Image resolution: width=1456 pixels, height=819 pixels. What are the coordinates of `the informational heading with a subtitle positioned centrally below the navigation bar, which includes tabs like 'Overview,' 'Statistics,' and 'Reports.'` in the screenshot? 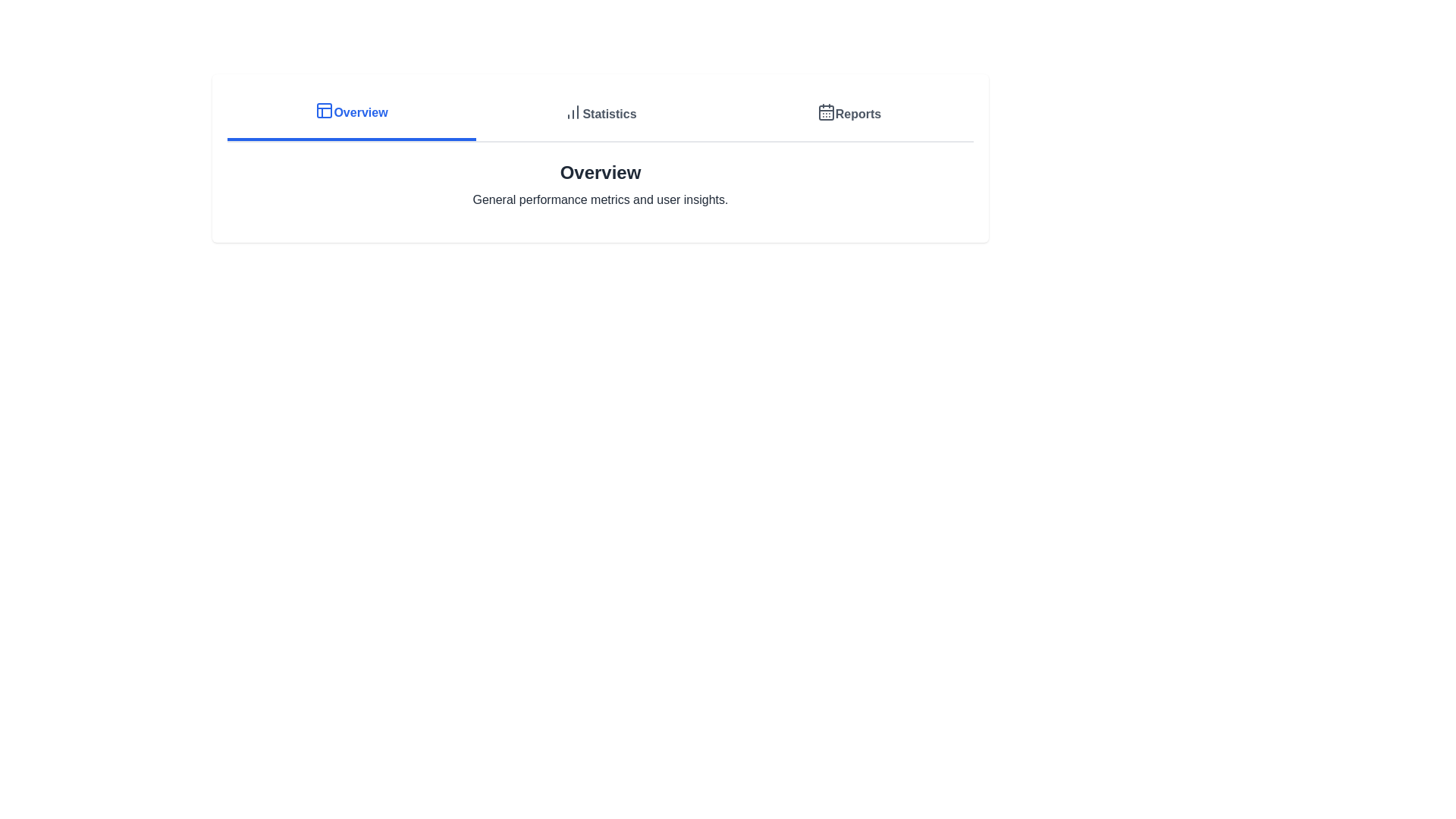 It's located at (600, 184).